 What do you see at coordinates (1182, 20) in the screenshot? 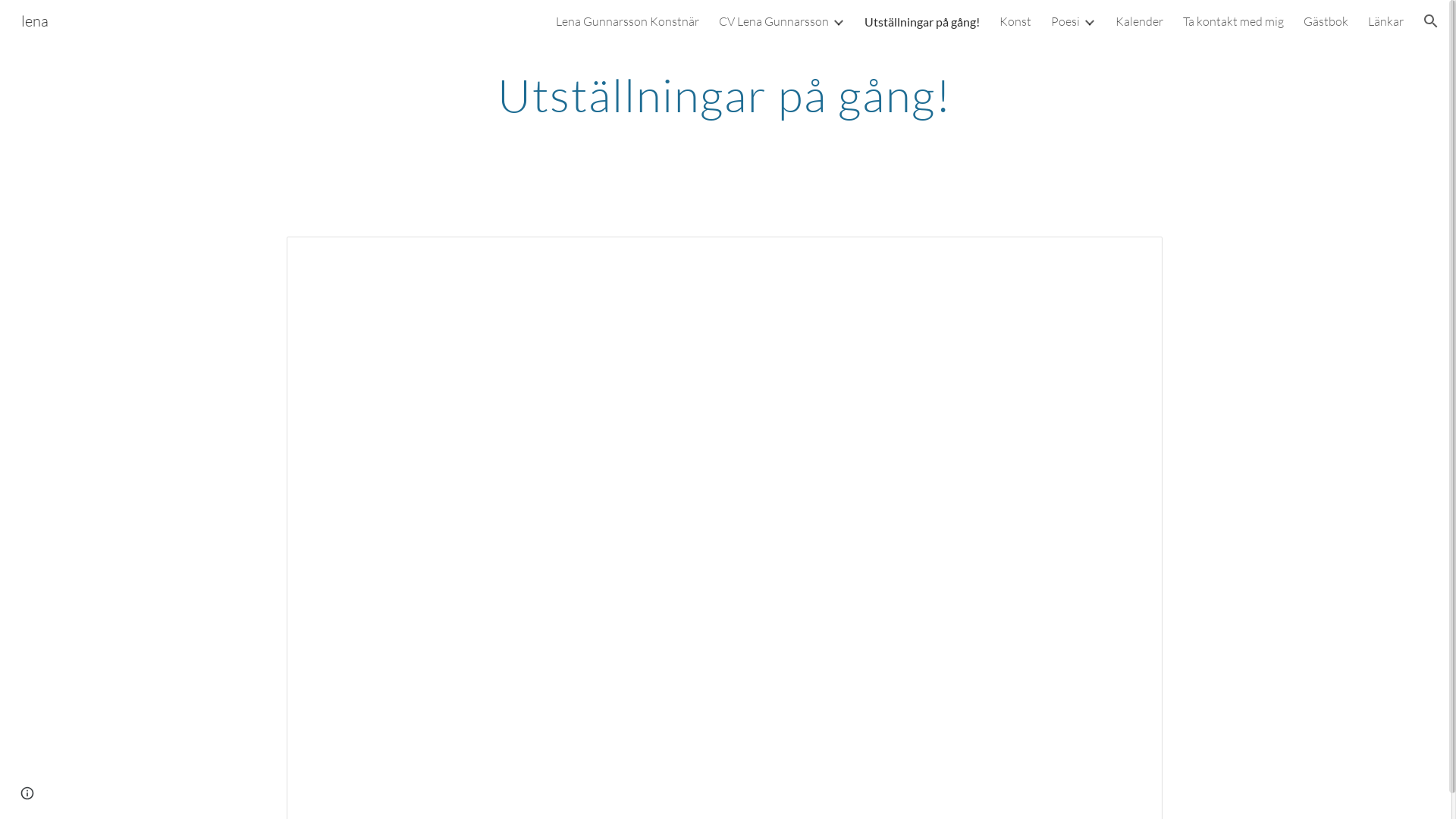
I see `'Ta kontakt med mig'` at bounding box center [1182, 20].